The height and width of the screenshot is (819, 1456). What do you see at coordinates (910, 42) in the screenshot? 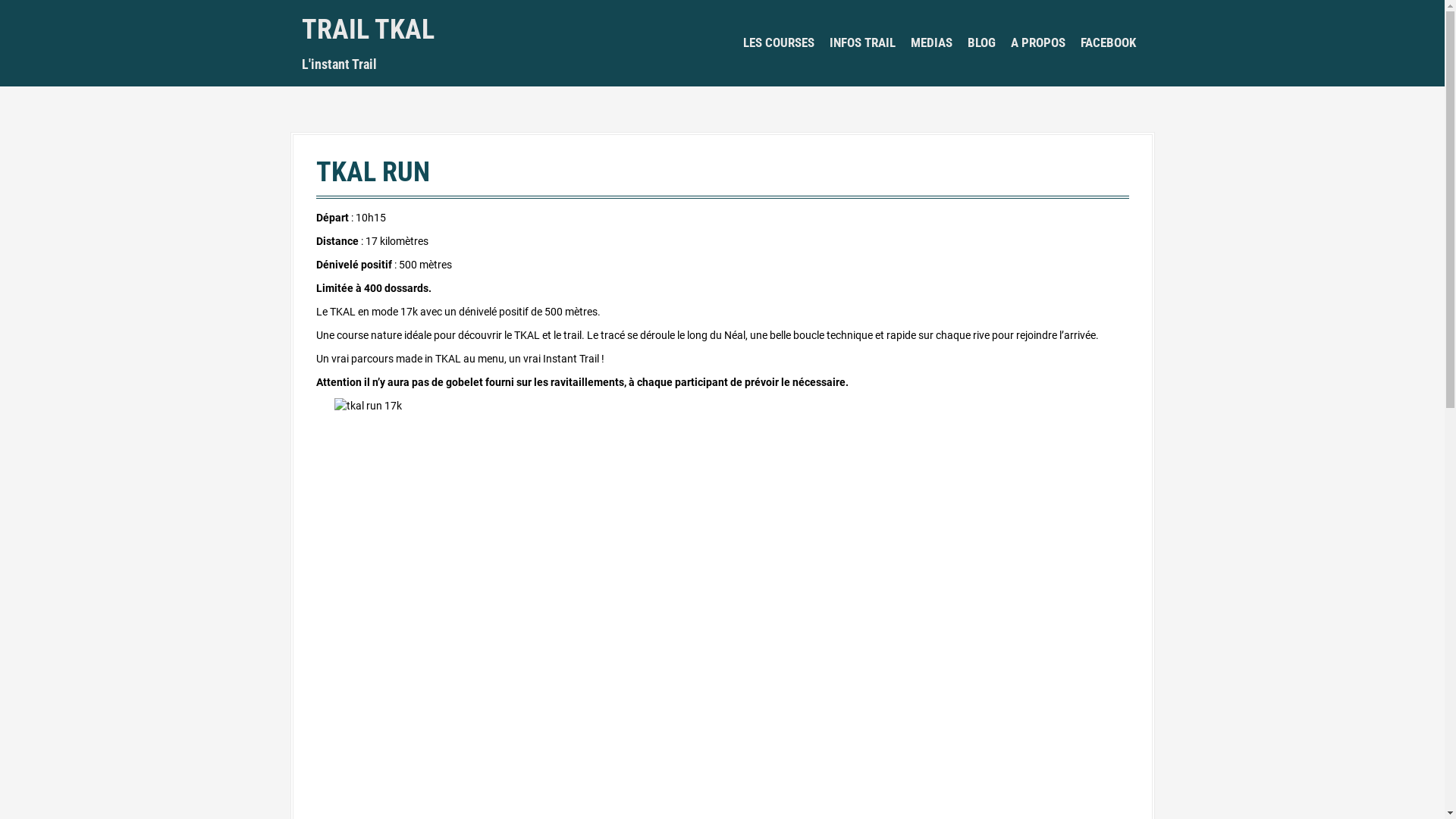
I see `'MEDIAS'` at bounding box center [910, 42].